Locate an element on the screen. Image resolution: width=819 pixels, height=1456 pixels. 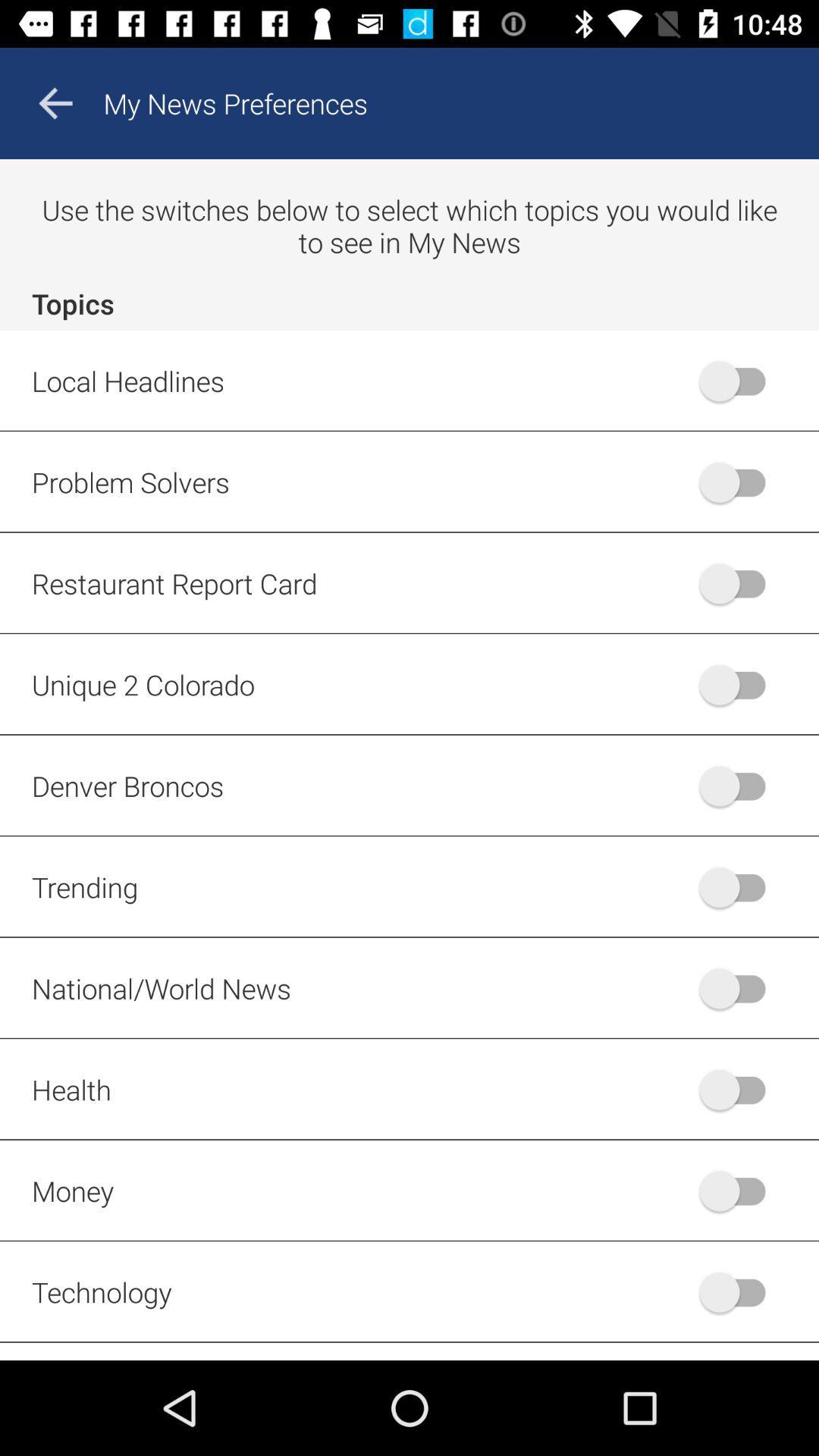
the switch button which is to the right of restaurant report card is located at coordinates (739, 582).